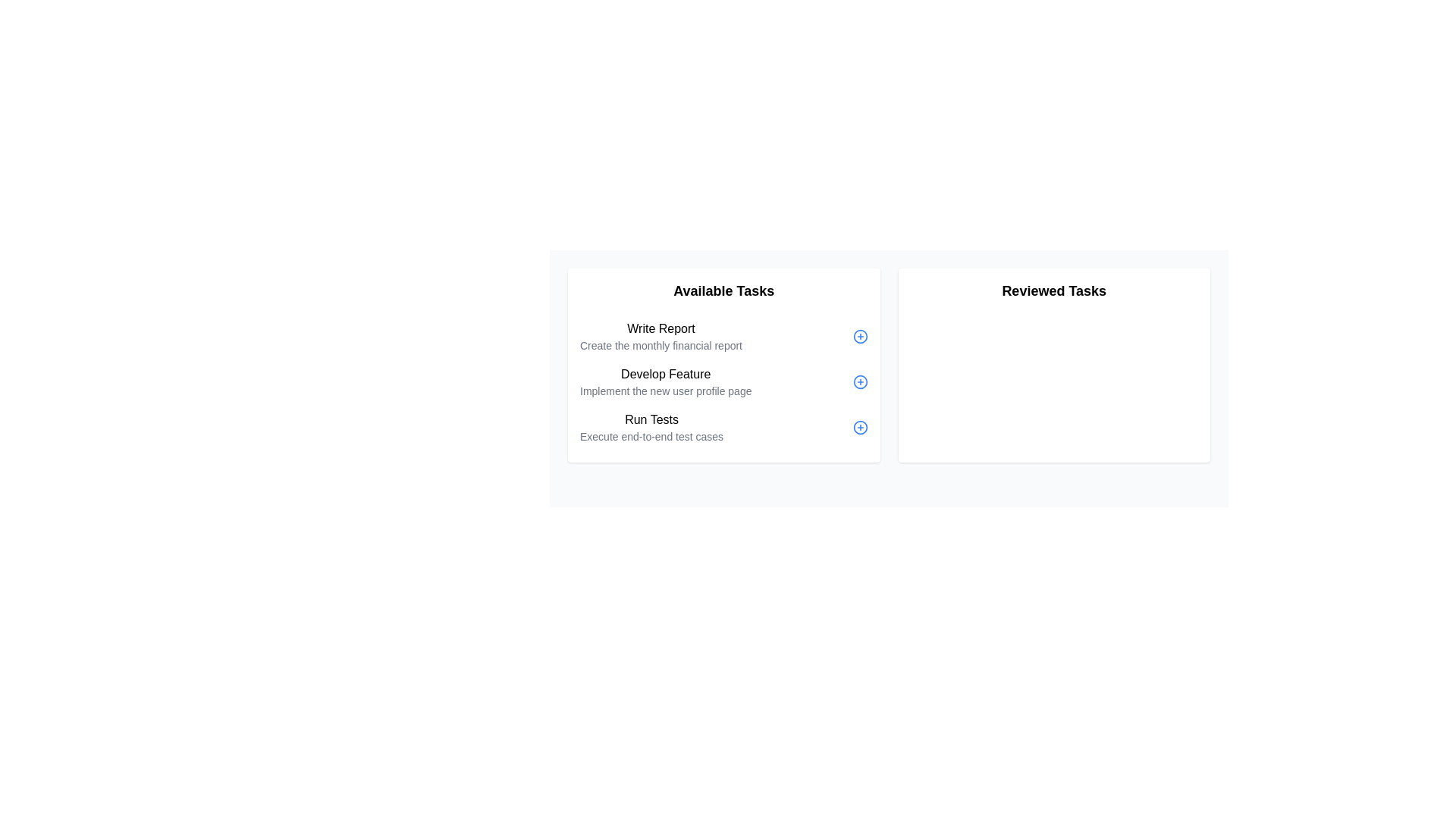  What do you see at coordinates (860, 381) in the screenshot?
I see `the circular graphical component that serves as an action marker for the 'Develop Feature' task, located below the 'Write Report' task and above the 'Run Tests' option in the 'Available Tasks' section` at bounding box center [860, 381].